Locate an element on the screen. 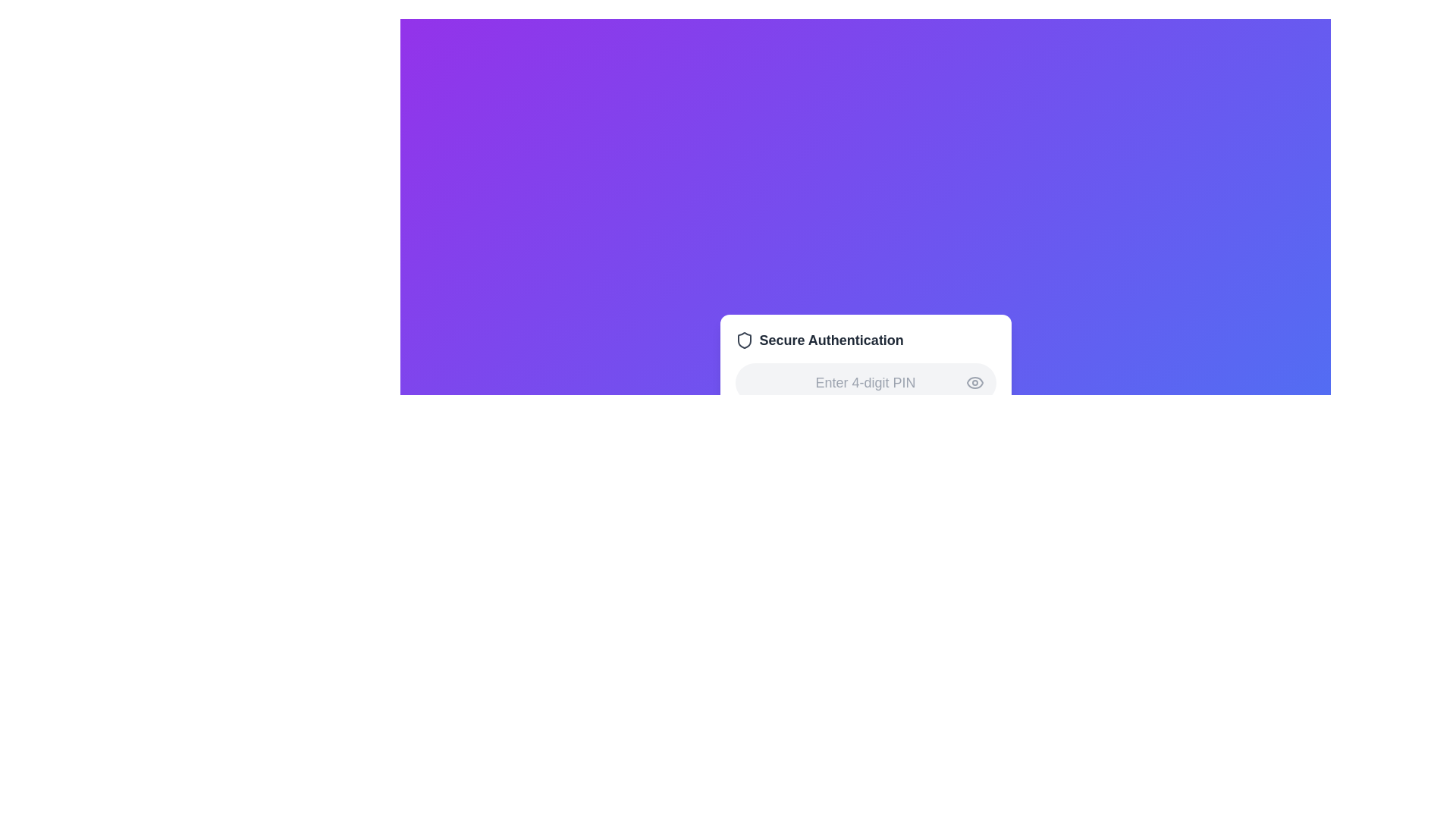  the eye icon element used for visibility or preview features in the PIN entry field under the 'Secure Authentication' label is located at coordinates (974, 382).